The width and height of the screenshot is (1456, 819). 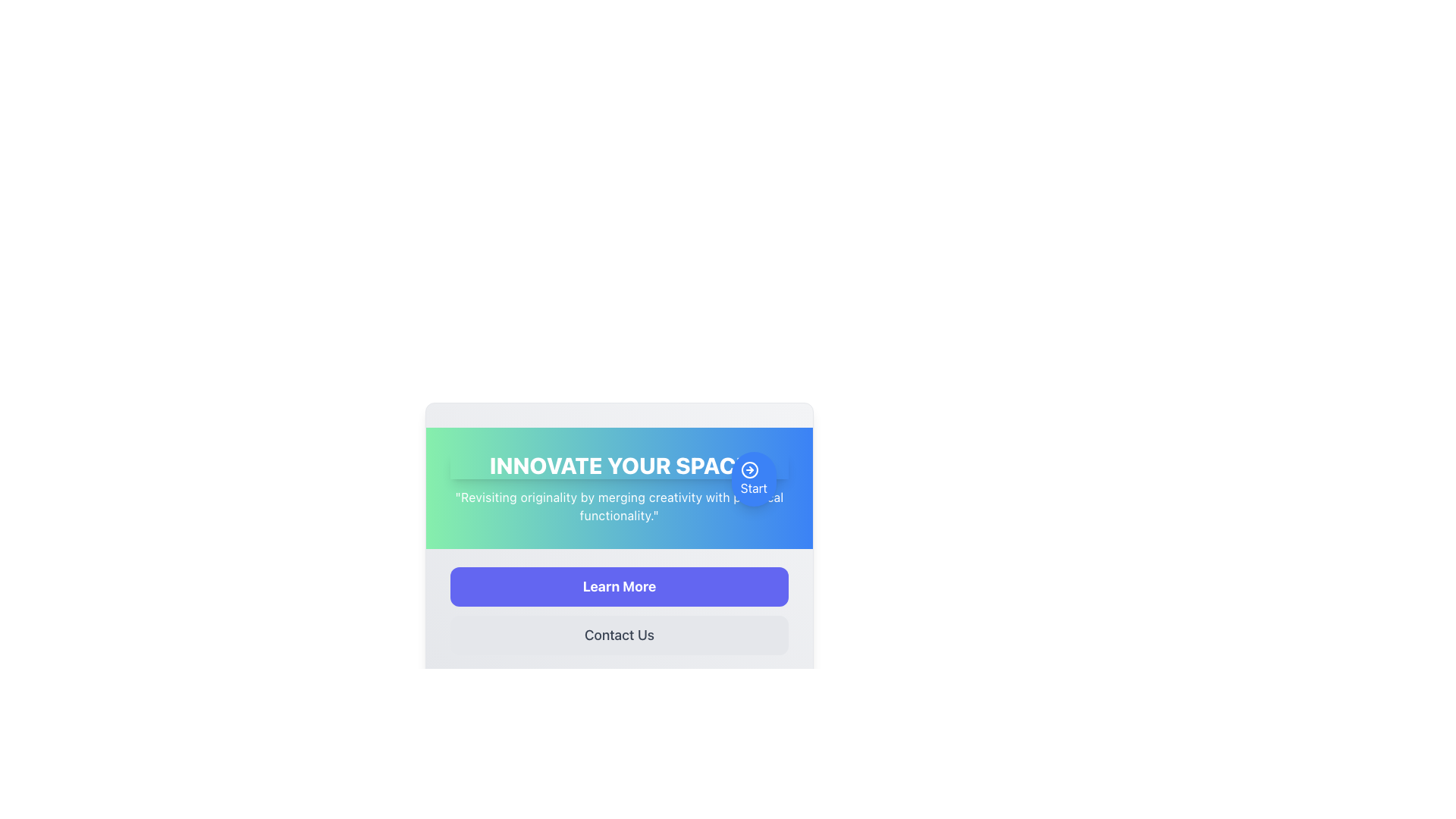 What do you see at coordinates (619, 464) in the screenshot?
I see `the text element displaying 'Innovate Your Space' in bold, uppercase white font with a shadow, positioned above the text 'Revisiting originality by merging creativity with practical functionality.'` at bounding box center [619, 464].